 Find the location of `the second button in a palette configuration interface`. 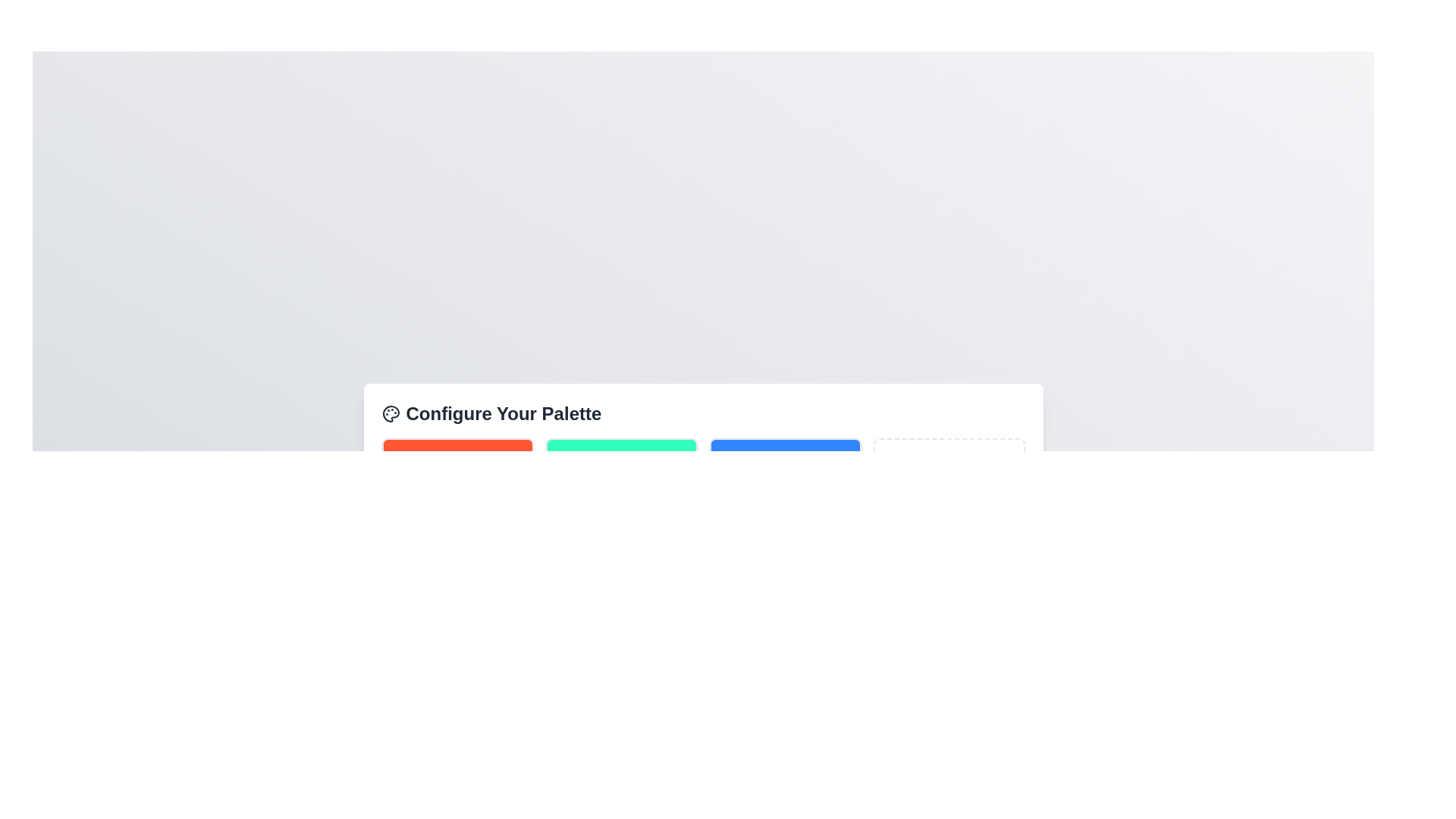

the second button in a palette configuration interface is located at coordinates (621, 461).